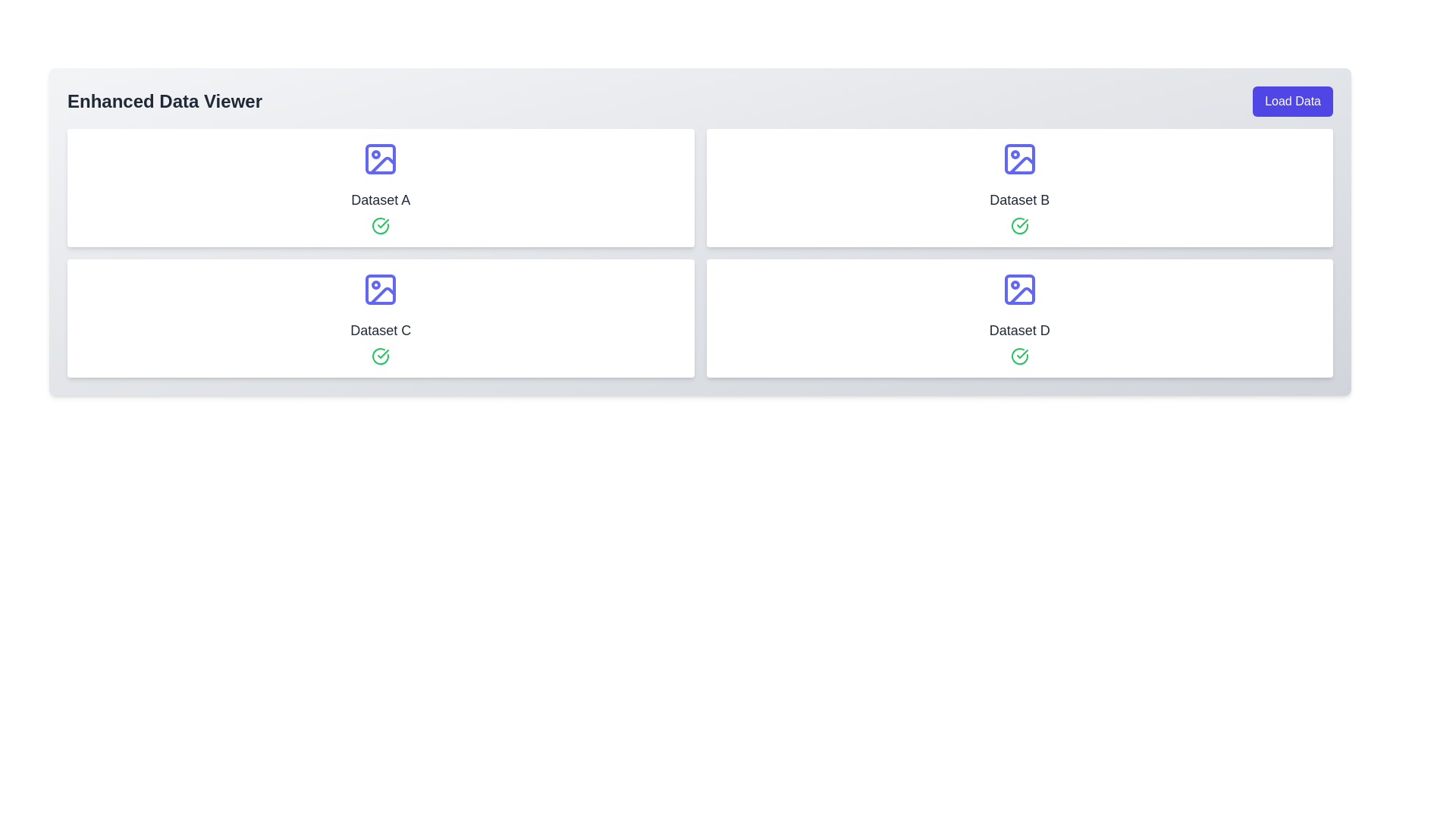 The image size is (1456, 819). What do you see at coordinates (381, 329) in the screenshot?
I see `text label displaying 'Dataset C' located below the blue image icon in the lower-left card of the grid` at bounding box center [381, 329].